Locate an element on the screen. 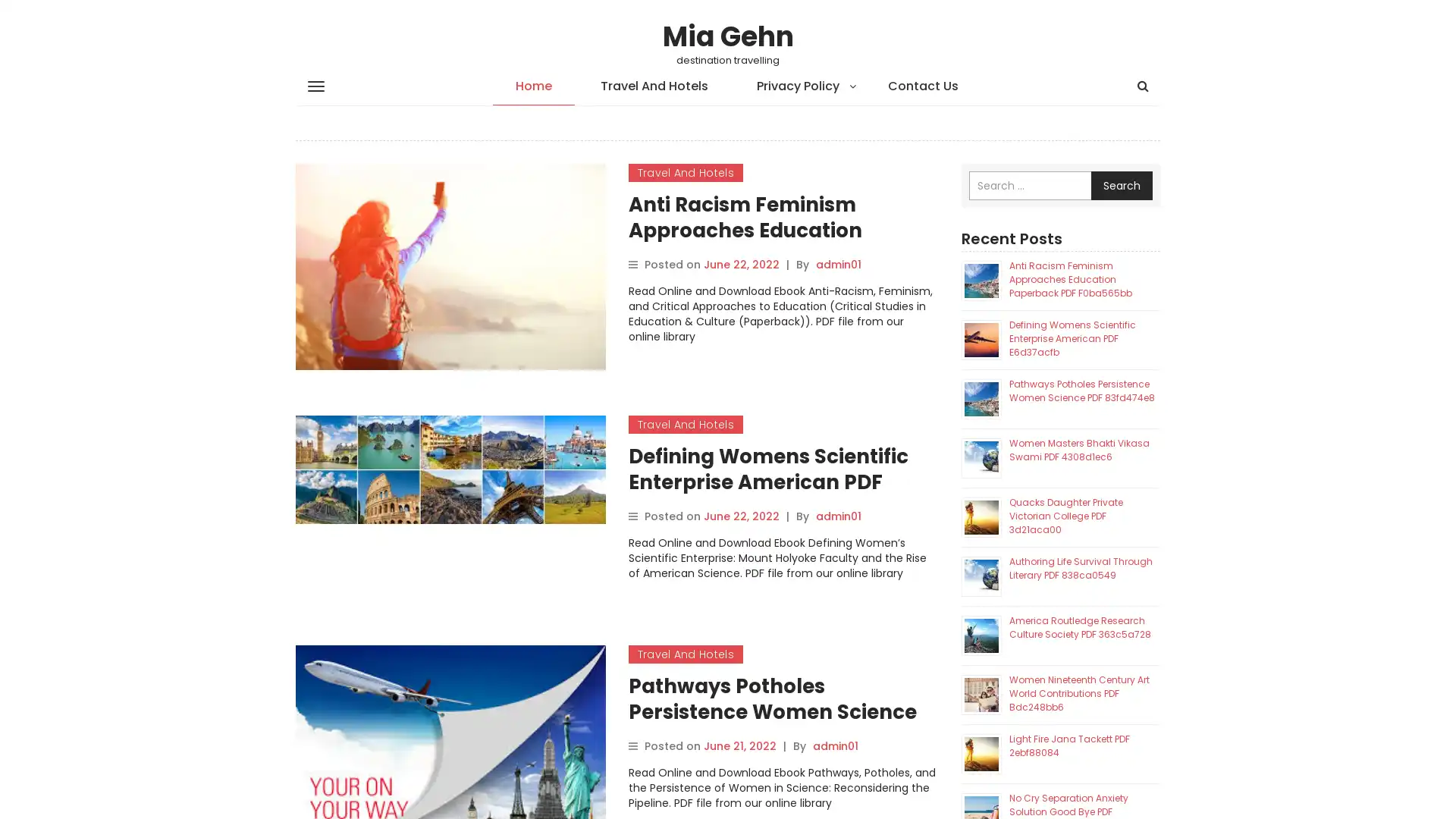  Search is located at coordinates (1122, 185).